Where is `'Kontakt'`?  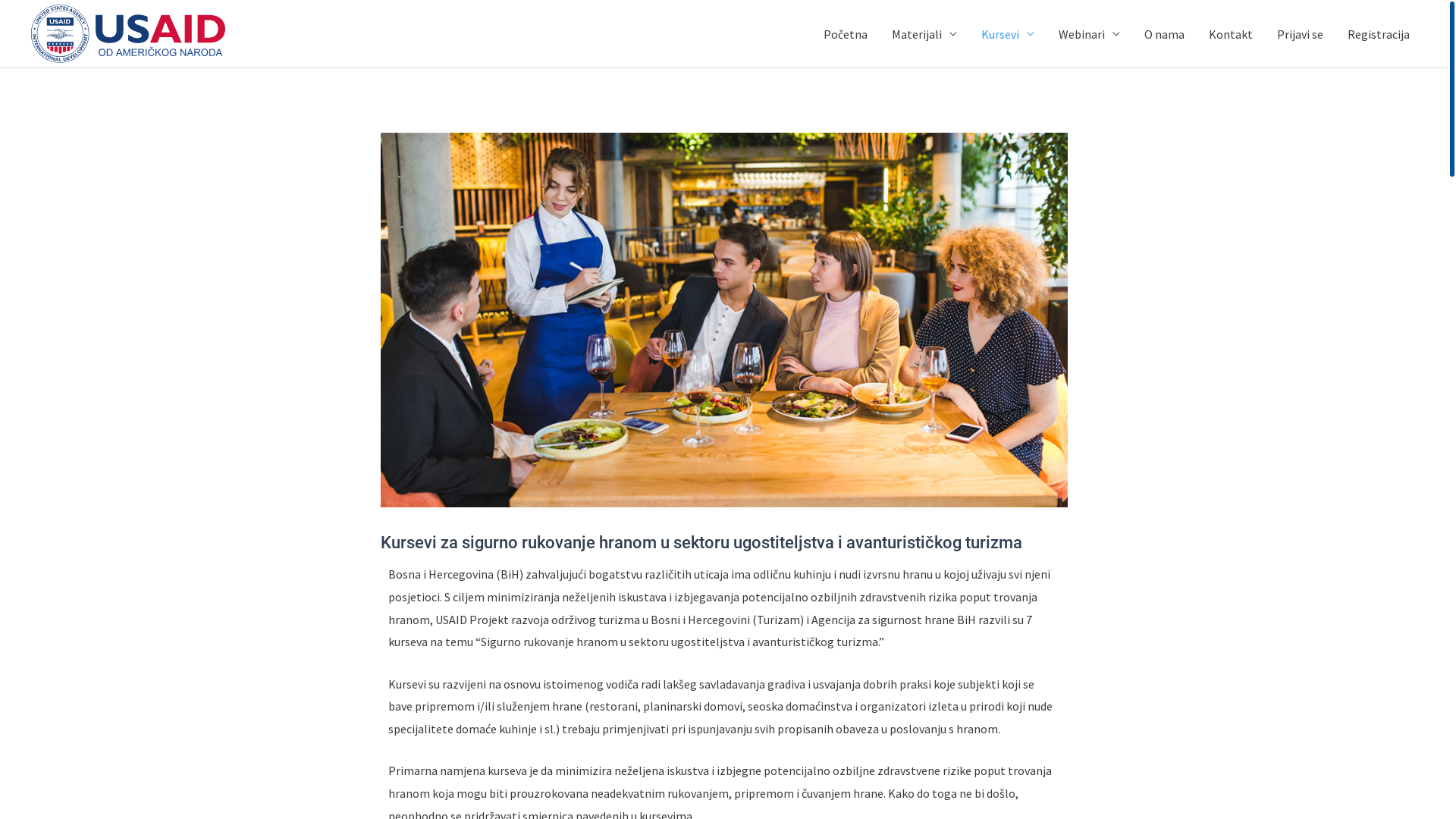 'Kontakt' is located at coordinates (1230, 33).